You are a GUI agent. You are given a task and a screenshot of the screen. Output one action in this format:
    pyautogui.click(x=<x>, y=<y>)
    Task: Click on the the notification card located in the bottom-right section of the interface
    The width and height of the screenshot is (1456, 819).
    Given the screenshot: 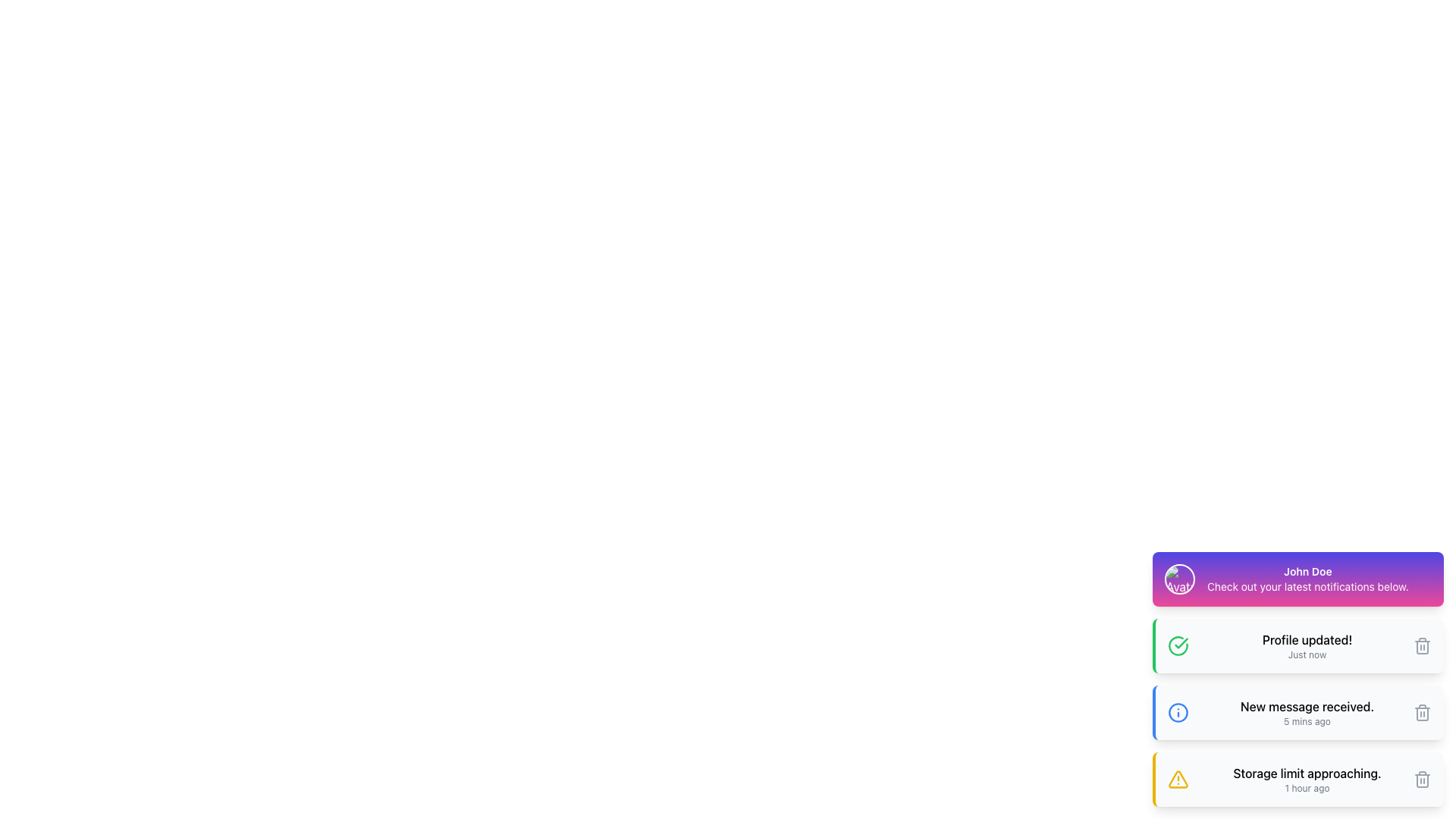 What is the action you would take?
    pyautogui.click(x=1298, y=678)
    